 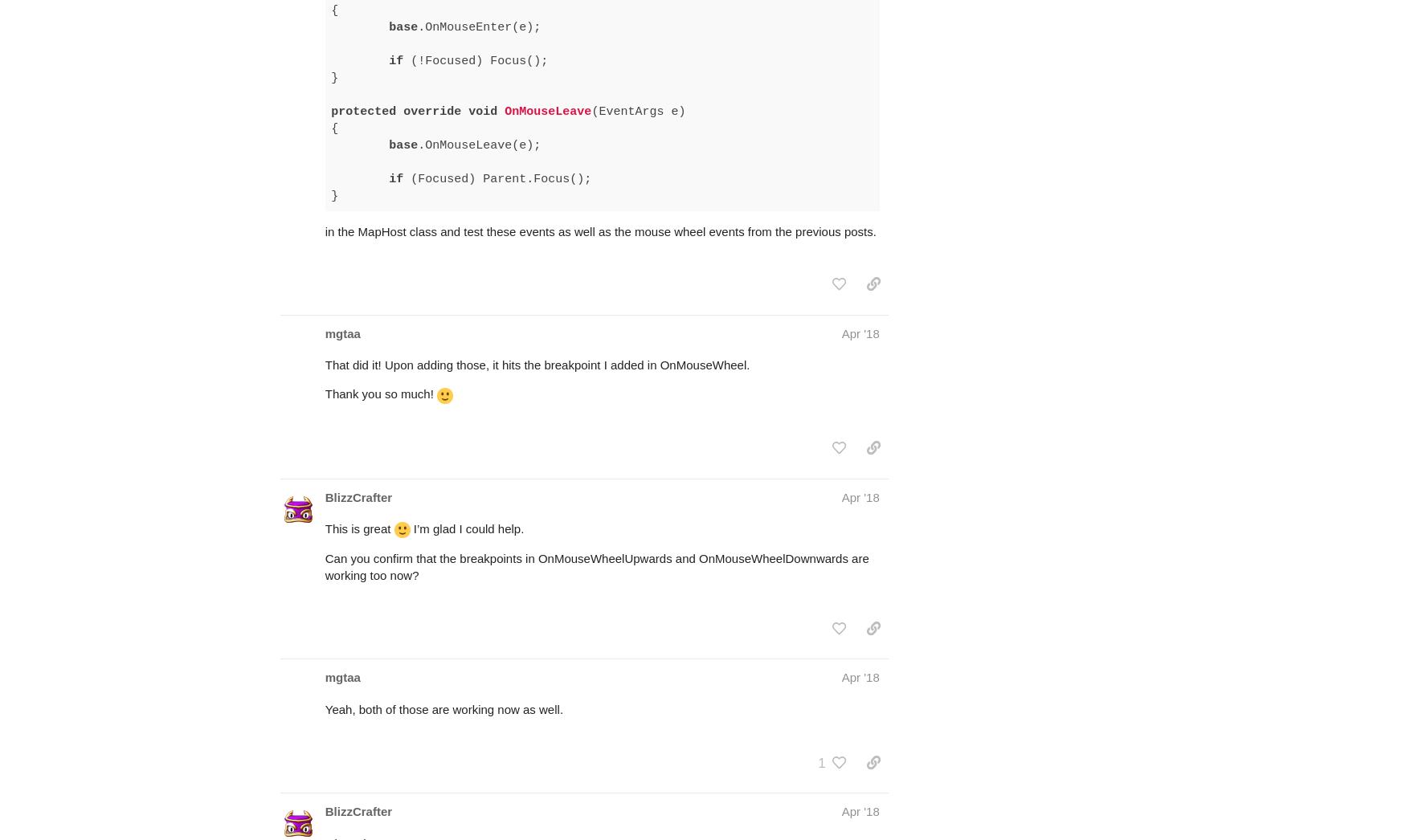 I want to click on 'Okay nice.', so click(x=353, y=779).